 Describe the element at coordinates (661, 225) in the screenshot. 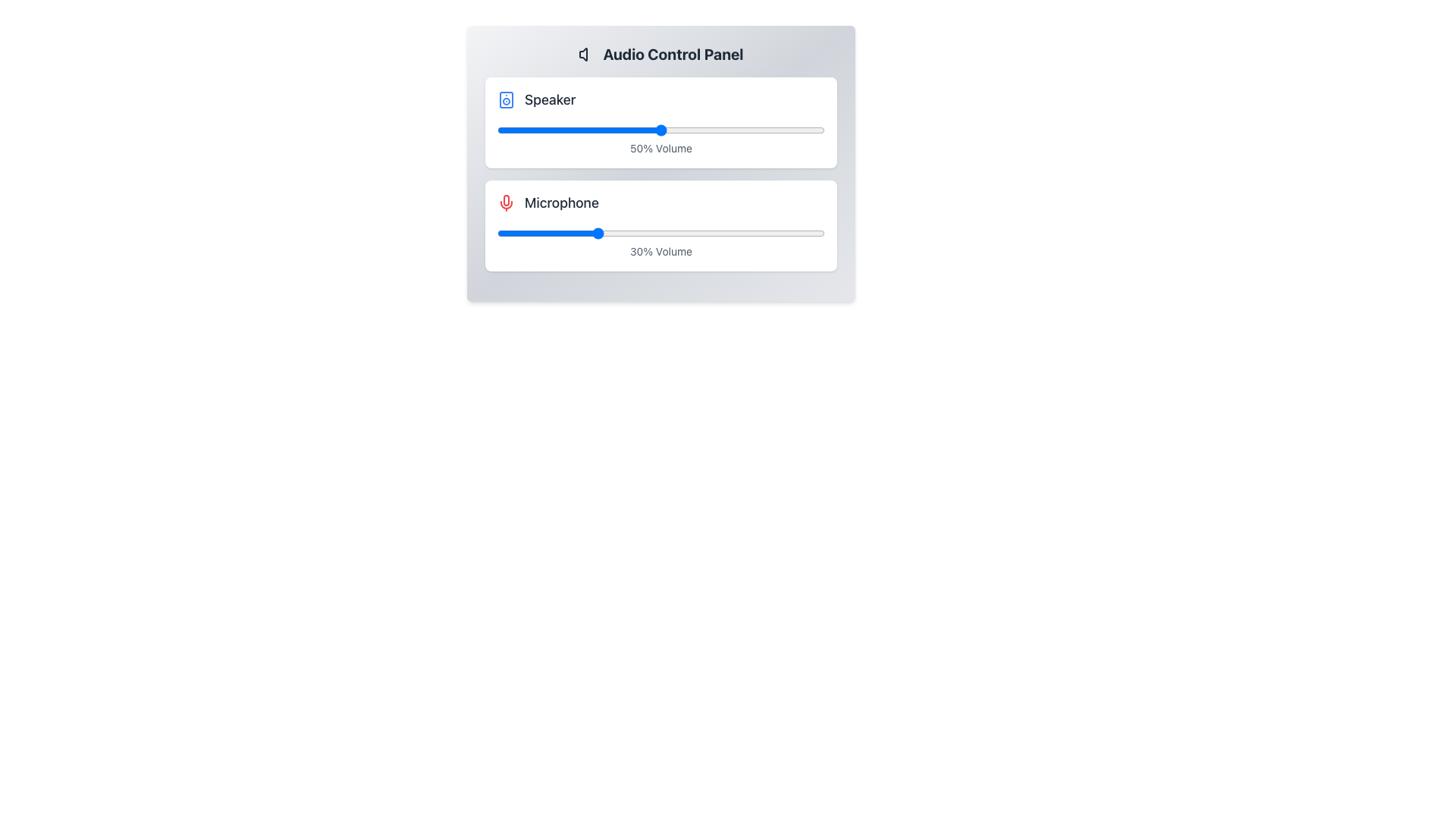

I see `volume percentage displayed below the microphone volume slider in the Audio Control Panel, which shows '30%'` at that location.